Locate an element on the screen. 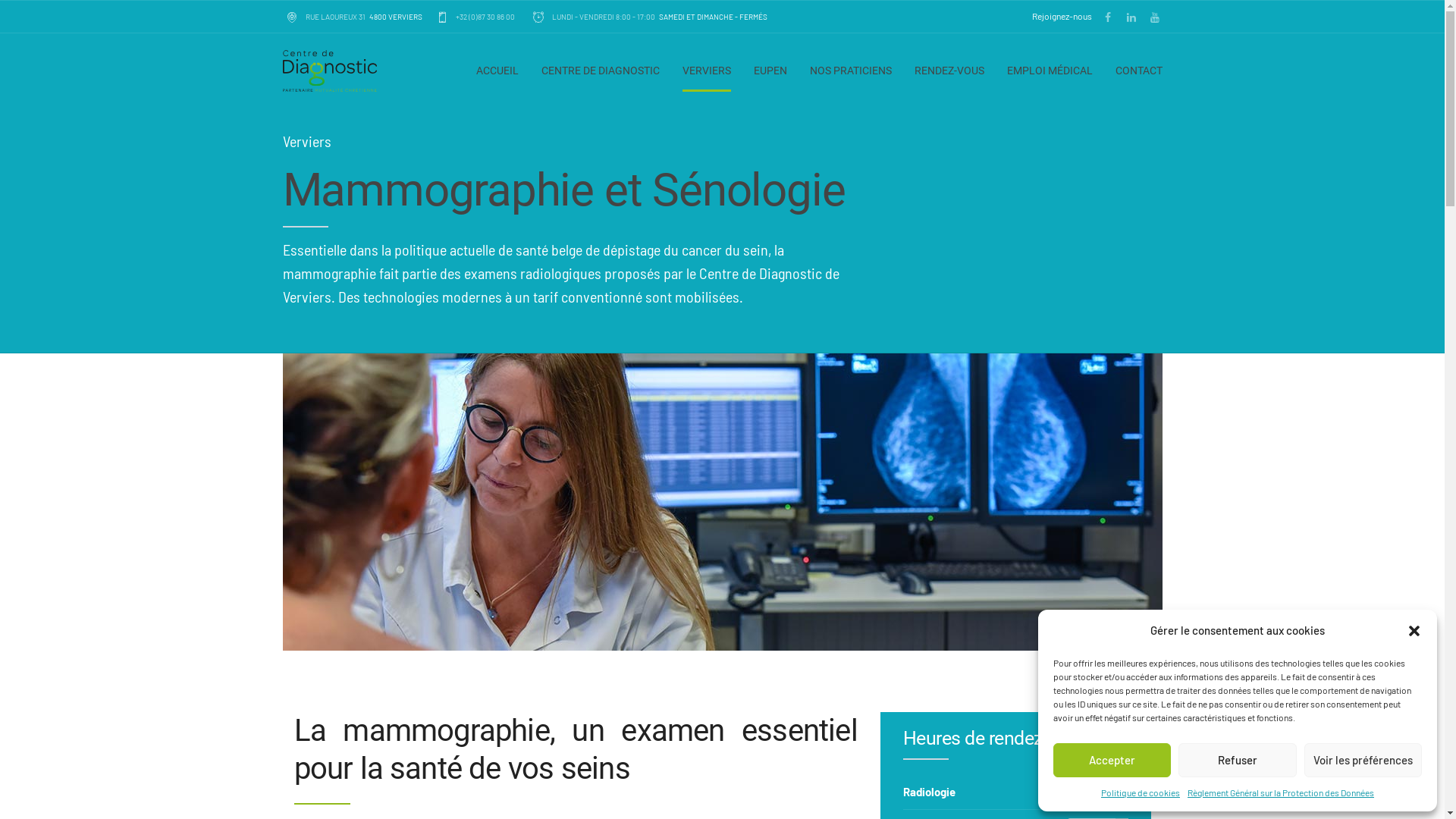 The width and height of the screenshot is (1456, 819). 'Politique de cookies' is located at coordinates (1140, 792).